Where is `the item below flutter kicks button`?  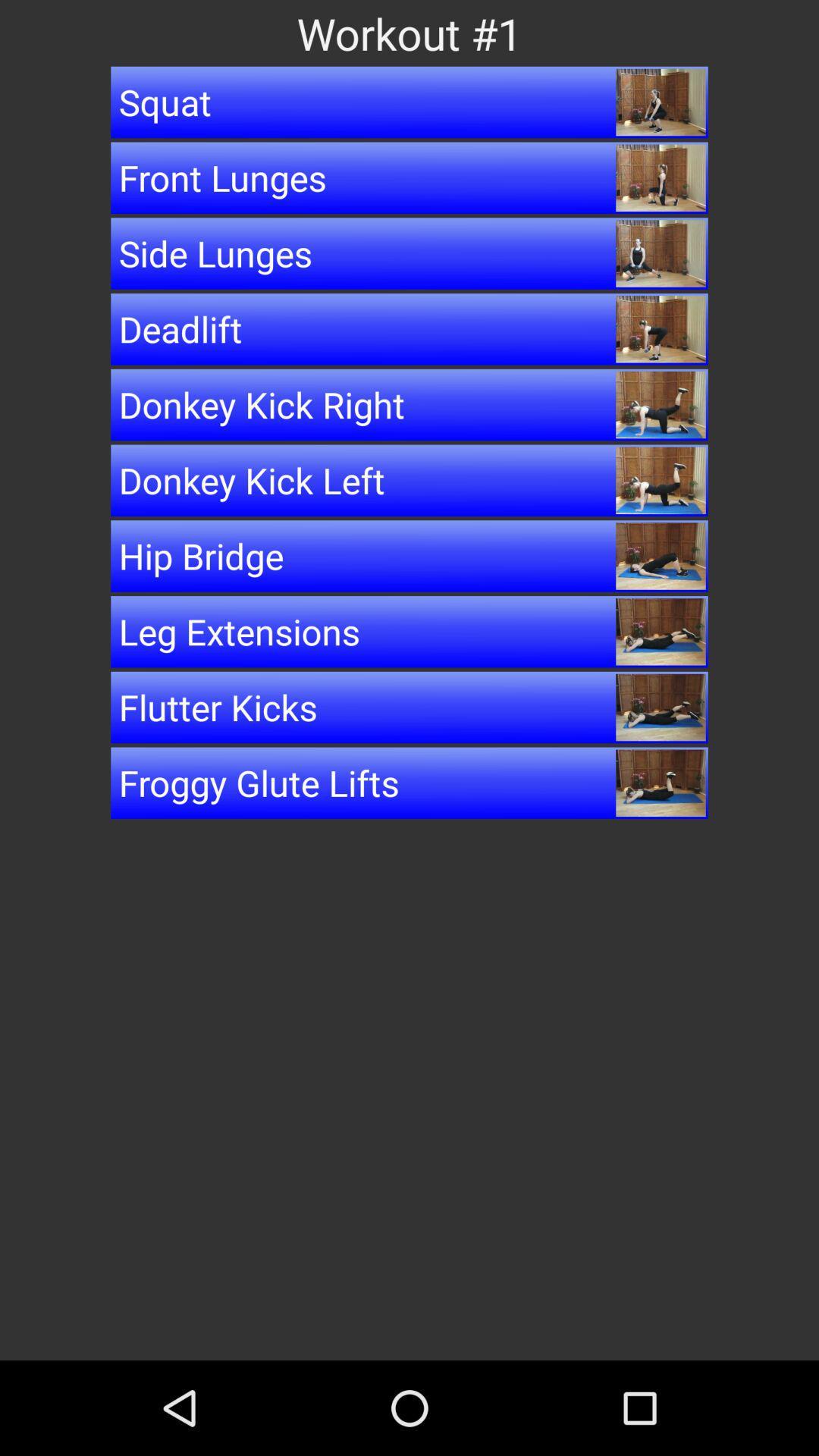
the item below flutter kicks button is located at coordinates (409, 783).